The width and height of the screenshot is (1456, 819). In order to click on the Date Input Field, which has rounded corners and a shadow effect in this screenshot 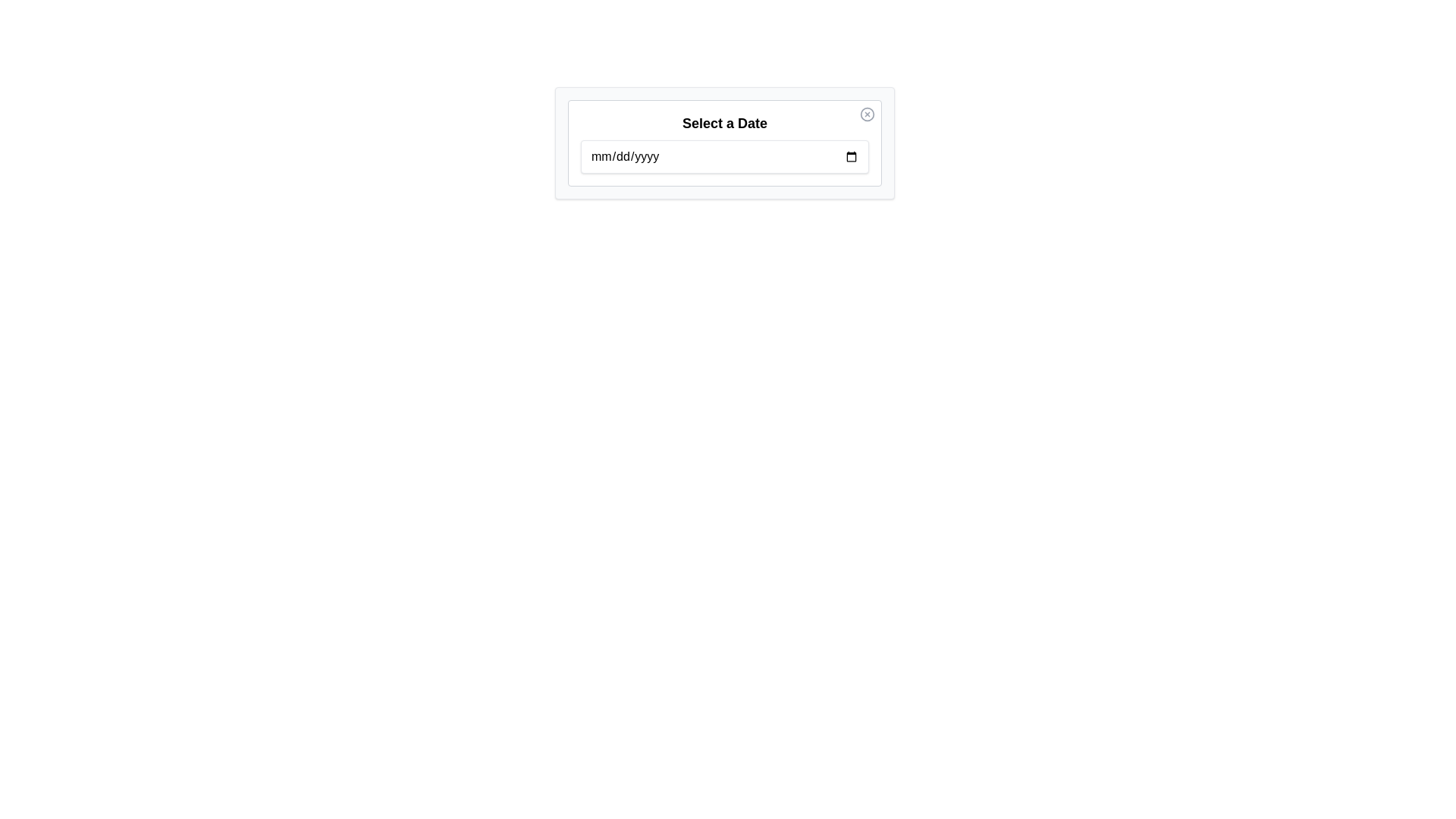, I will do `click(723, 157)`.